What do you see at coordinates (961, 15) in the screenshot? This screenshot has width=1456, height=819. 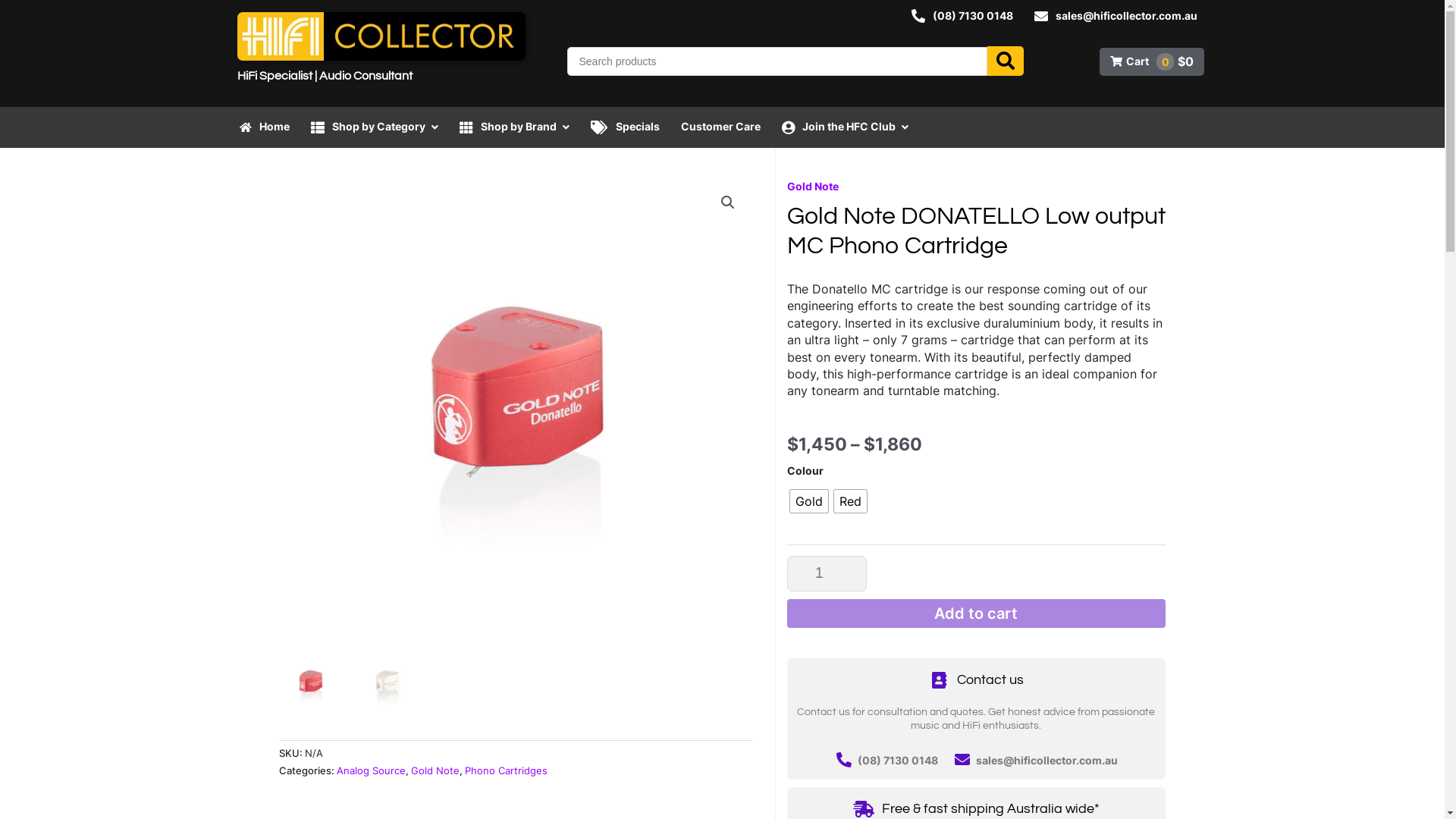 I see `'(08) 7130 0148'` at bounding box center [961, 15].